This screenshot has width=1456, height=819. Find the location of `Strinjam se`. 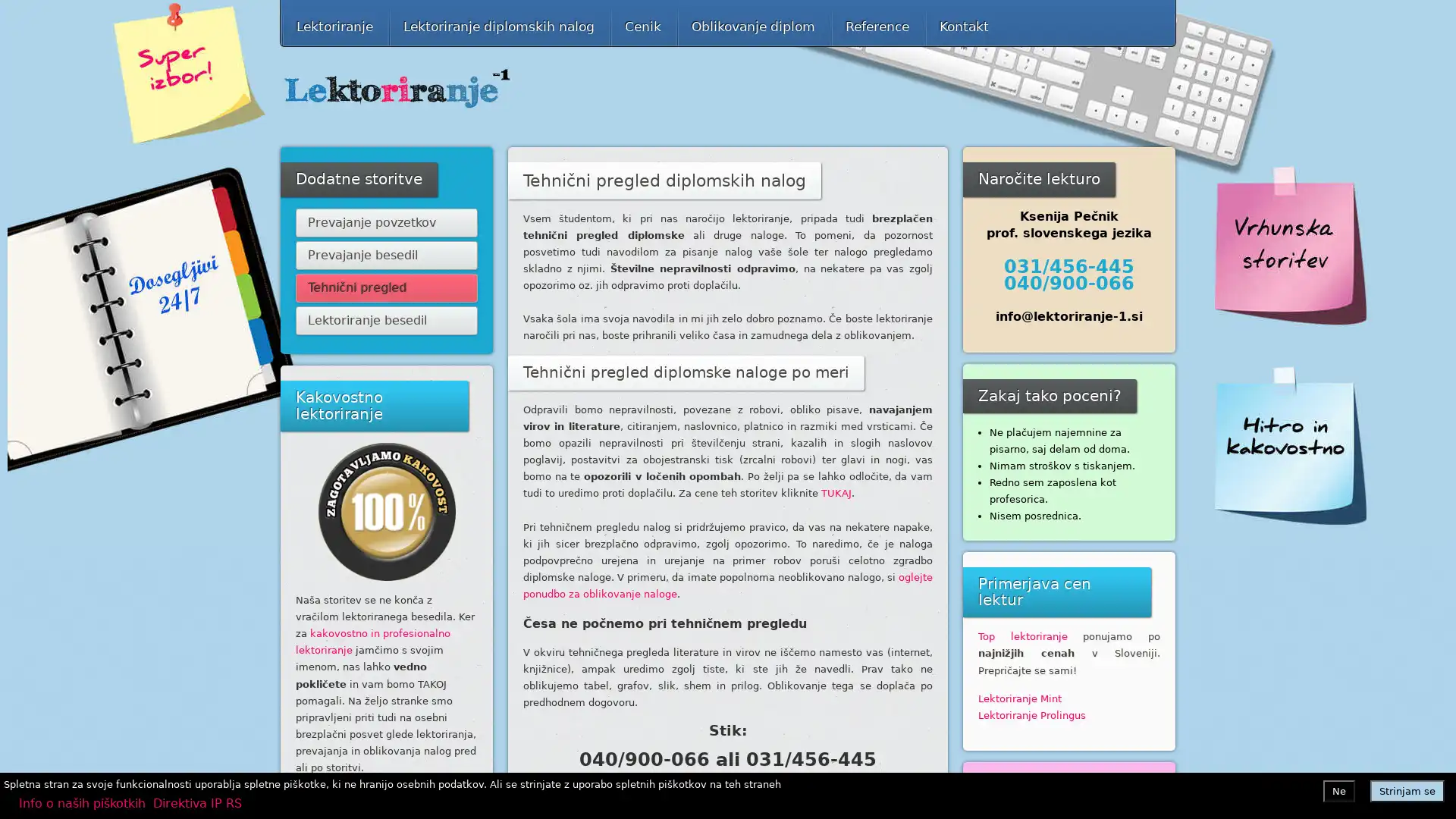

Strinjam se is located at coordinates (1407, 789).